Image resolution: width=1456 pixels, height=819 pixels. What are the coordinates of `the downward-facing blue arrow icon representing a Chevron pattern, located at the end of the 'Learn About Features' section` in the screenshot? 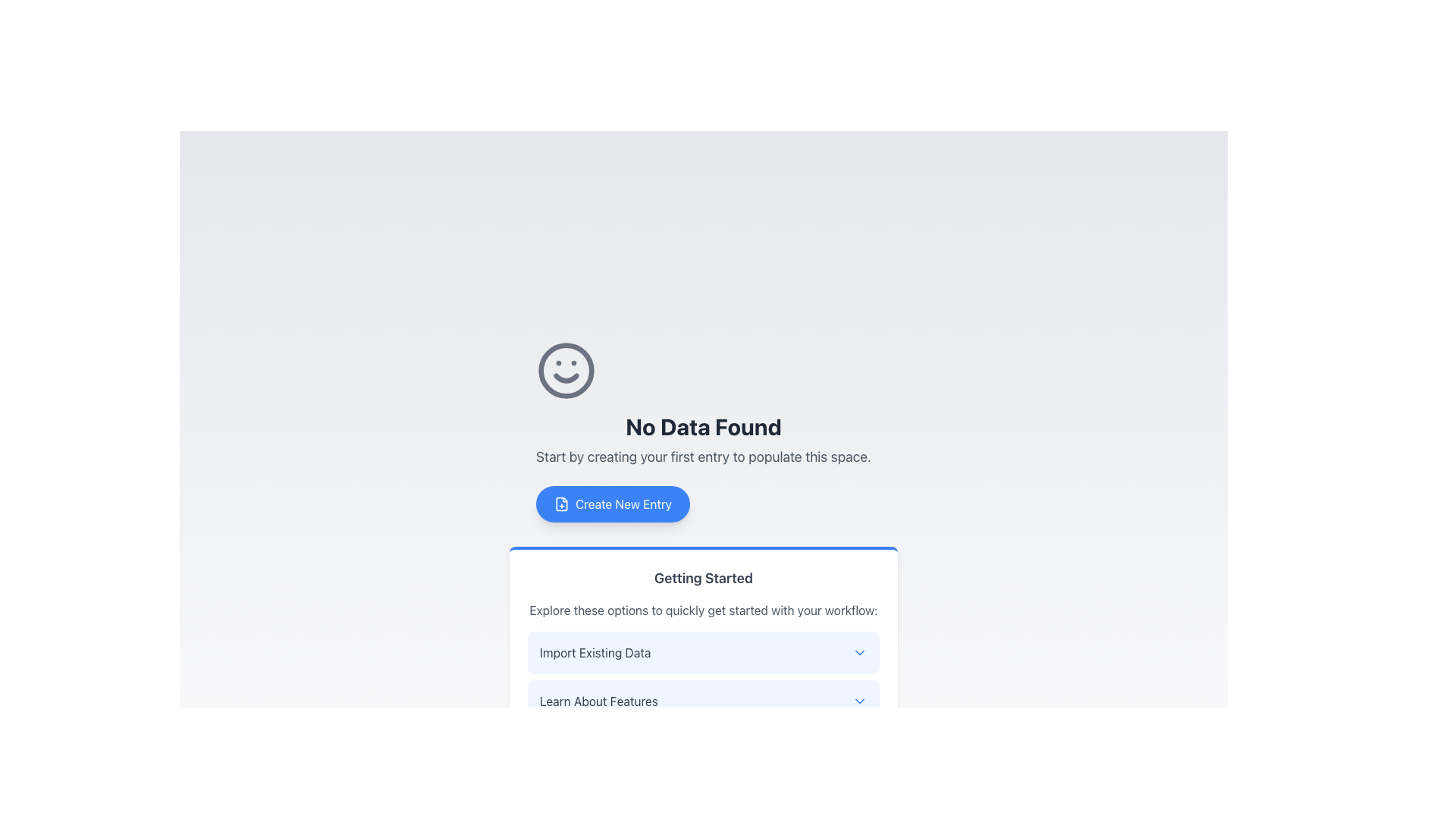 It's located at (859, 701).